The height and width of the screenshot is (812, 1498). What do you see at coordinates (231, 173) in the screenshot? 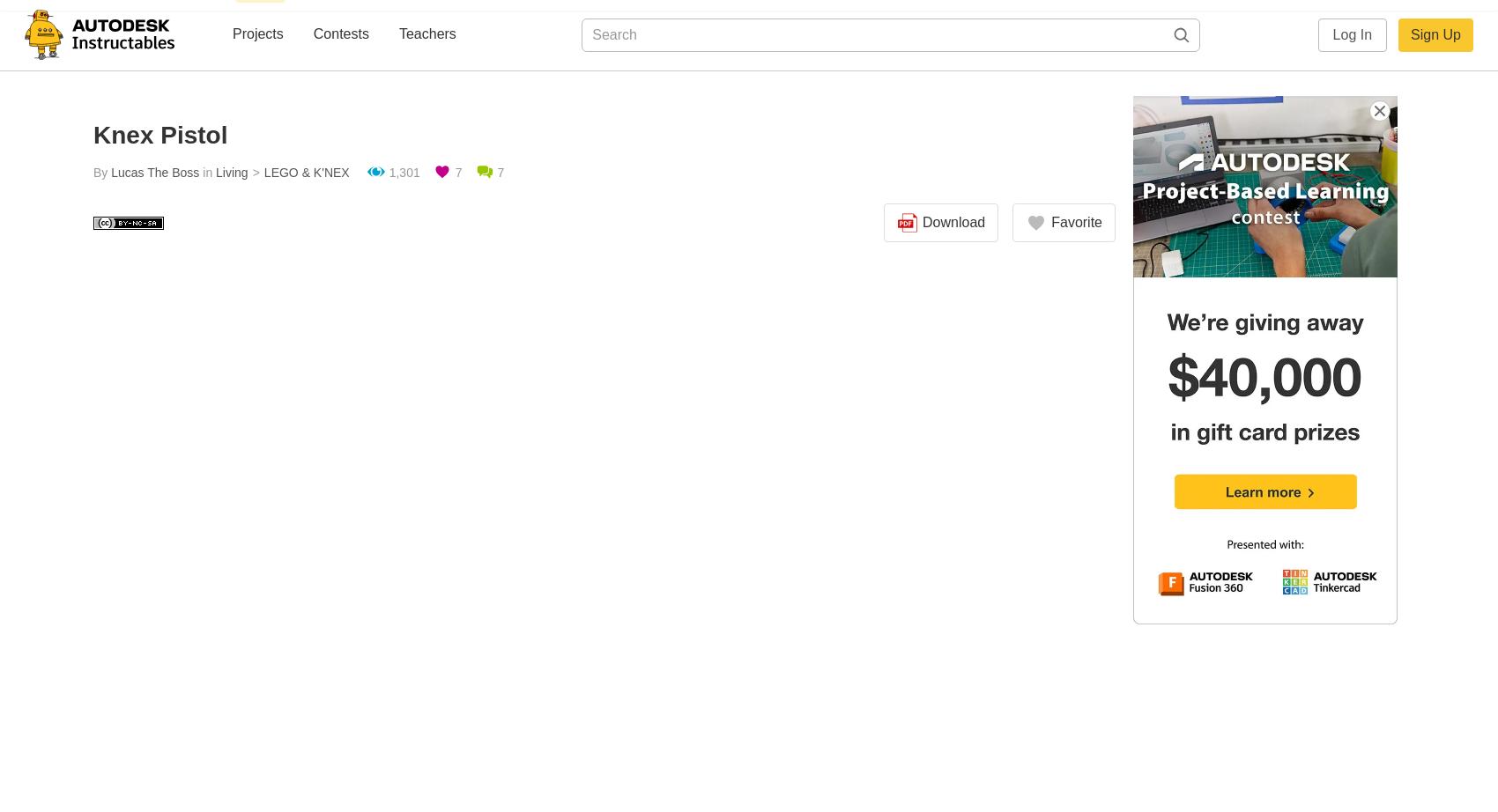
I see `'Living'` at bounding box center [231, 173].